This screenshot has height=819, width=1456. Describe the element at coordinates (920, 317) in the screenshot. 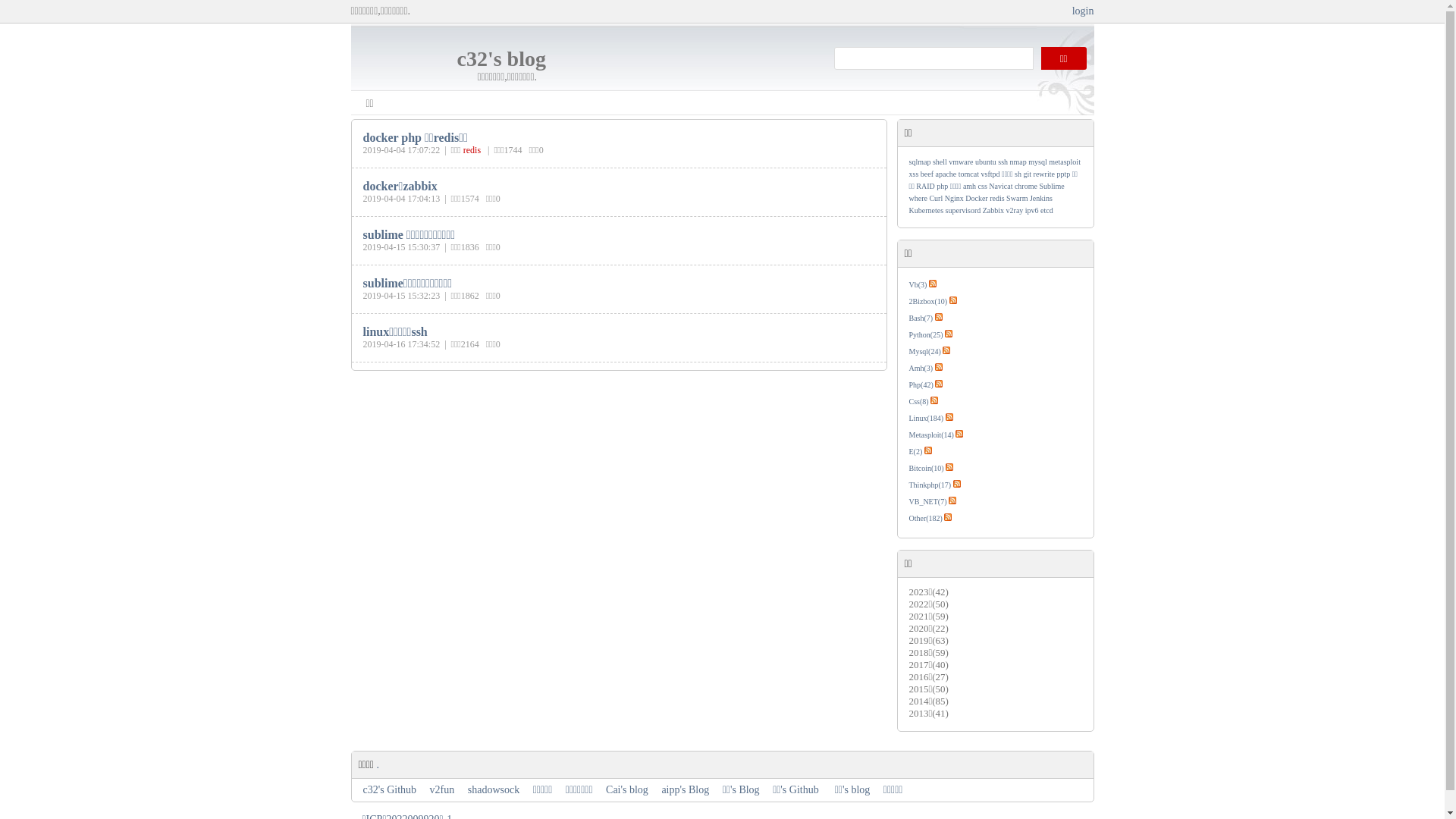

I see `'Bash(7)'` at that location.